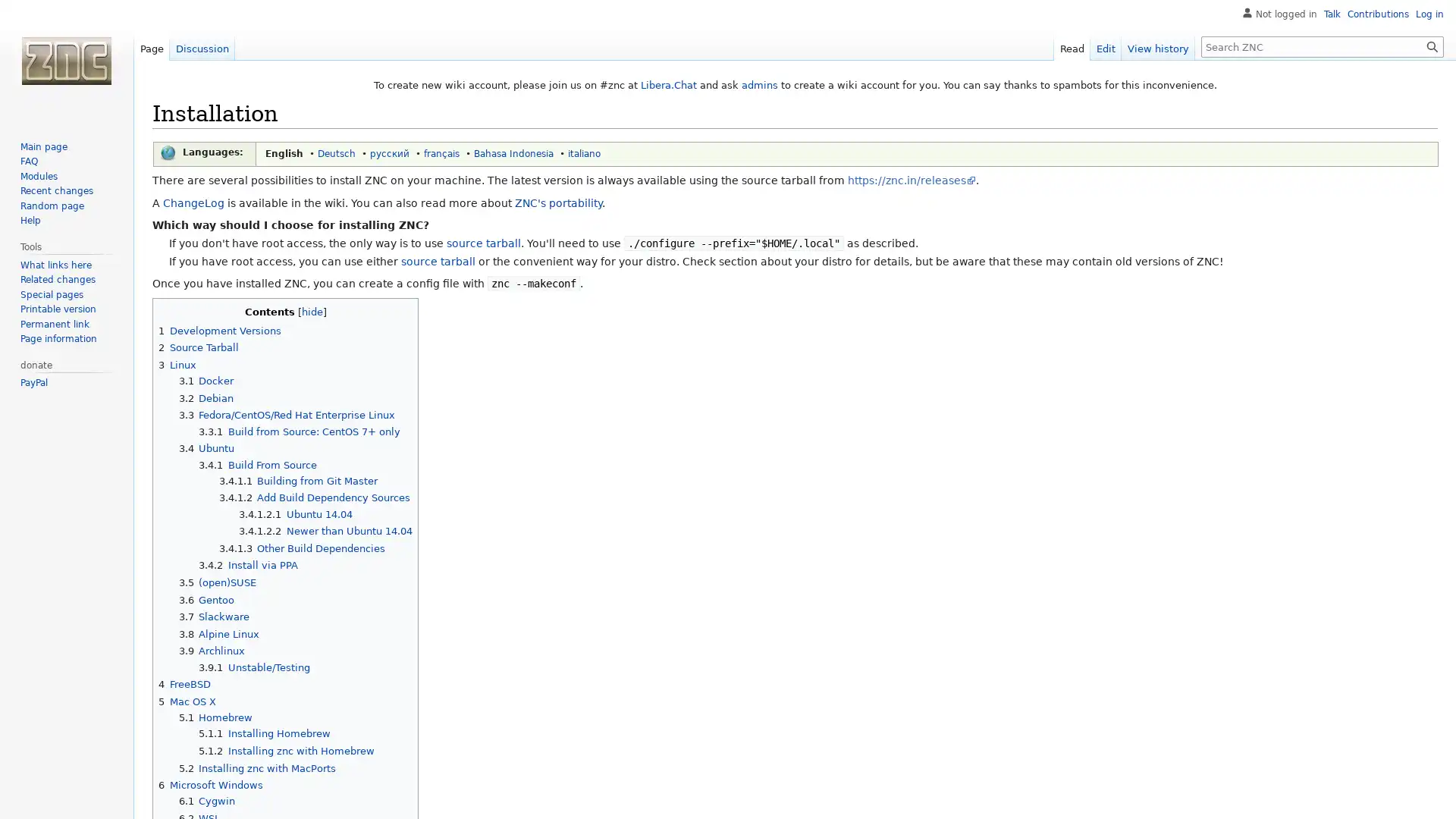  Describe the element at coordinates (1432, 45) in the screenshot. I see `Search` at that location.